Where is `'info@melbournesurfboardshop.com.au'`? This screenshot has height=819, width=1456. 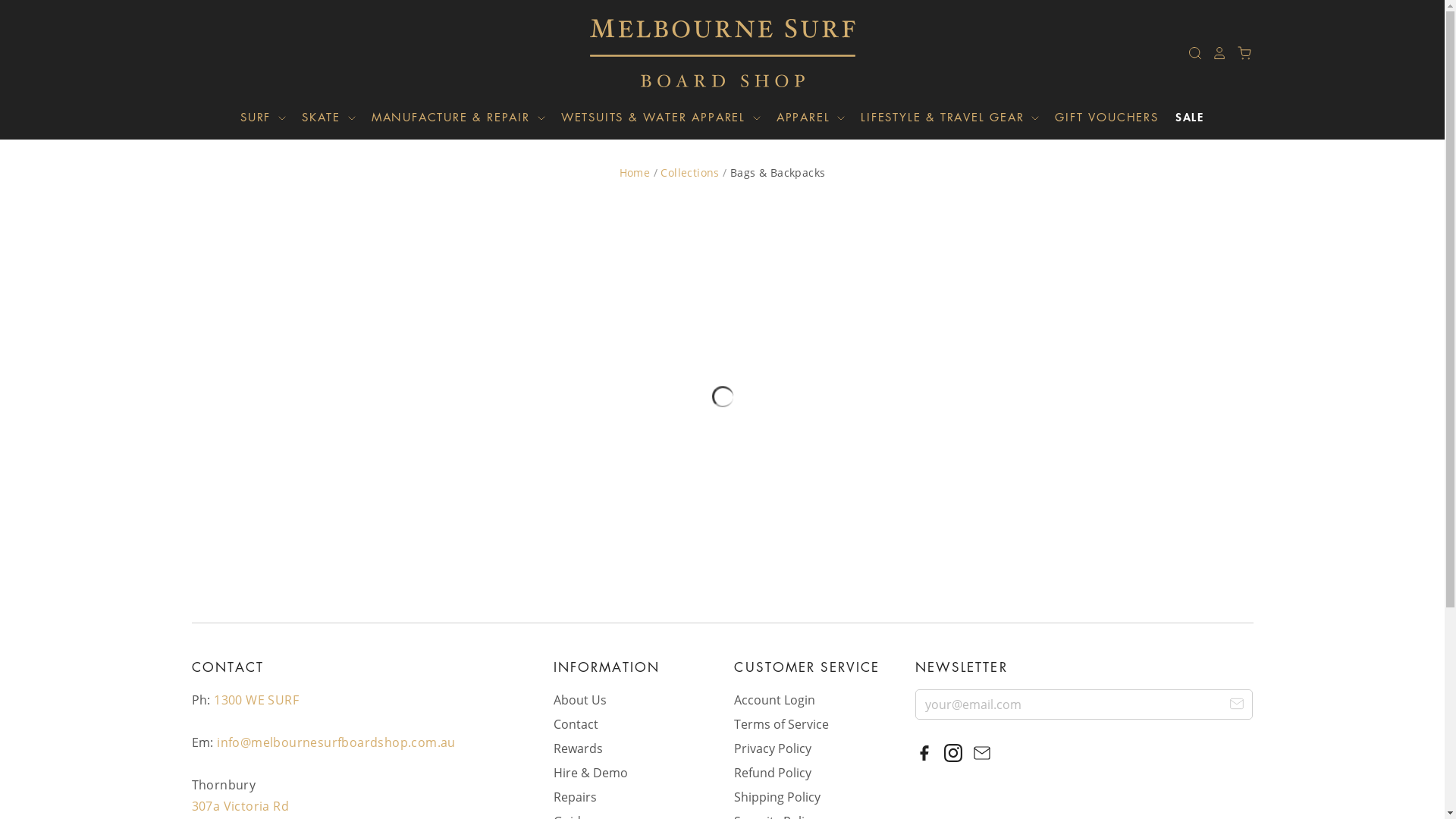 'info@melbournesurfboardshop.com.au' is located at coordinates (335, 742).